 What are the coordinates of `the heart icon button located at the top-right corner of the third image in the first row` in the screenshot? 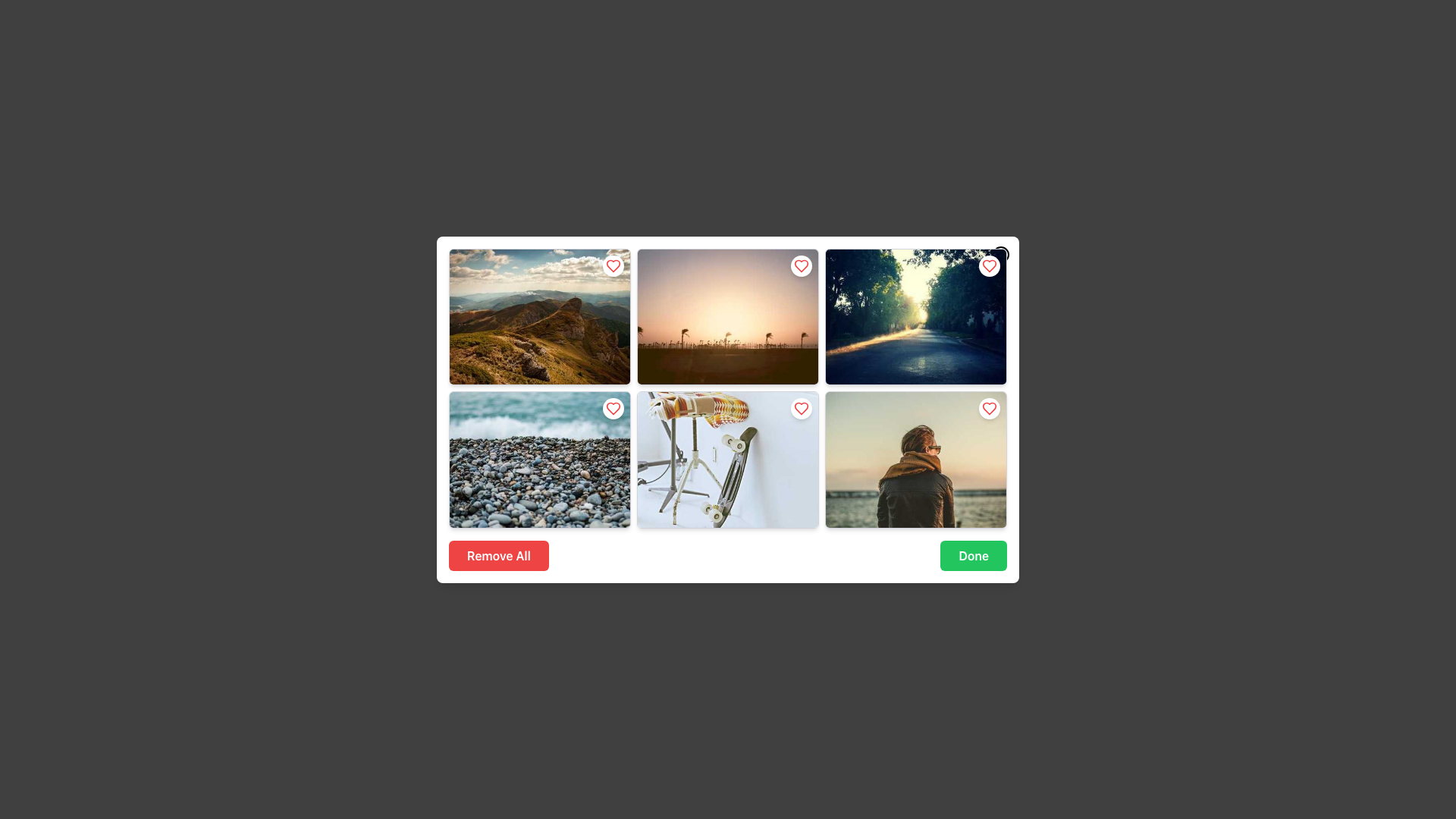 It's located at (990, 265).